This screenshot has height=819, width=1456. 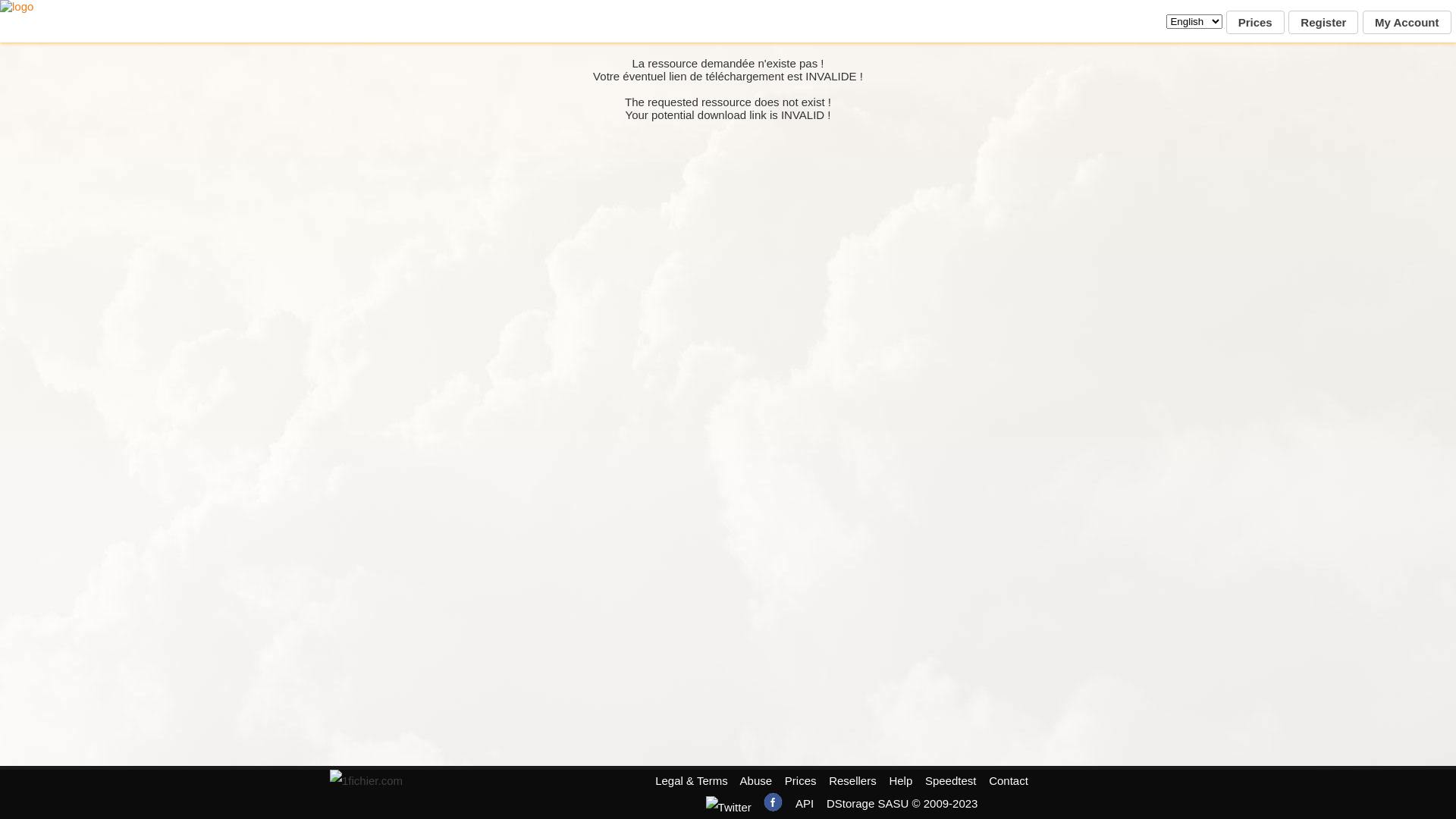 I want to click on 'Prices', so click(x=800, y=780).